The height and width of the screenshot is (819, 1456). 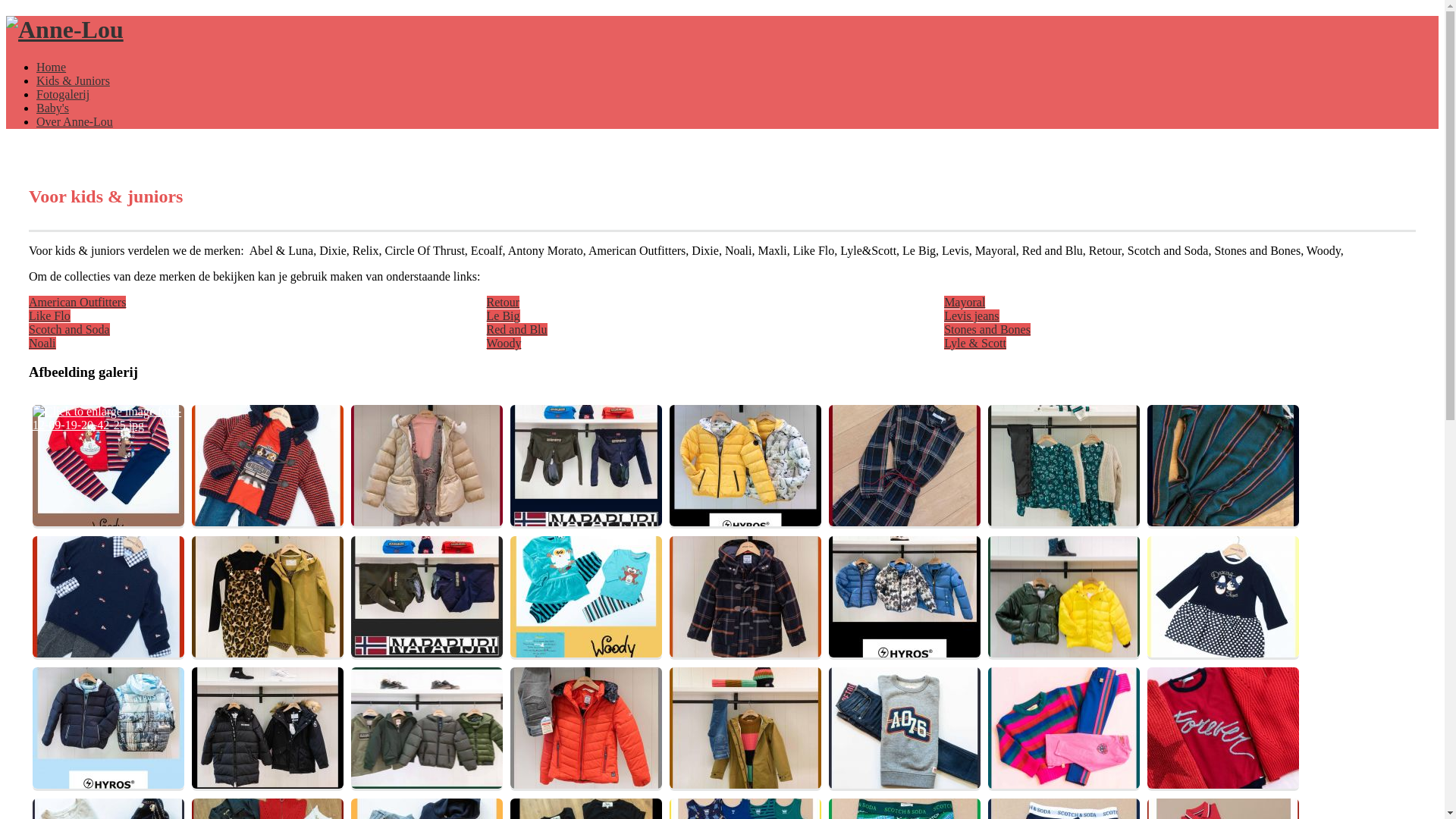 I want to click on 'Baby's', so click(x=52, y=107).